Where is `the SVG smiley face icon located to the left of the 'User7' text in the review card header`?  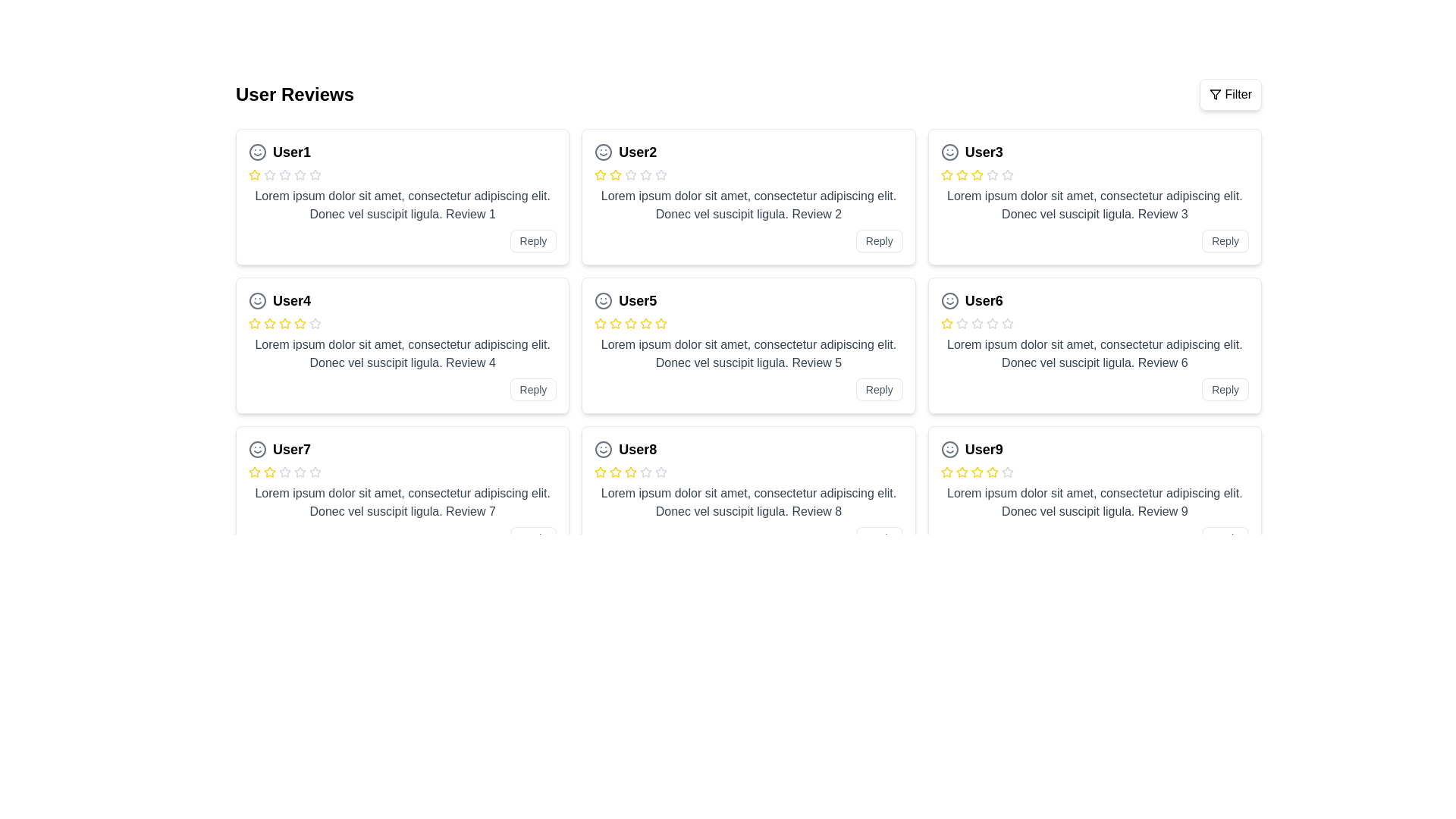
the SVG smiley face icon located to the left of the 'User7' text in the review card header is located at coordinates (258, 449).